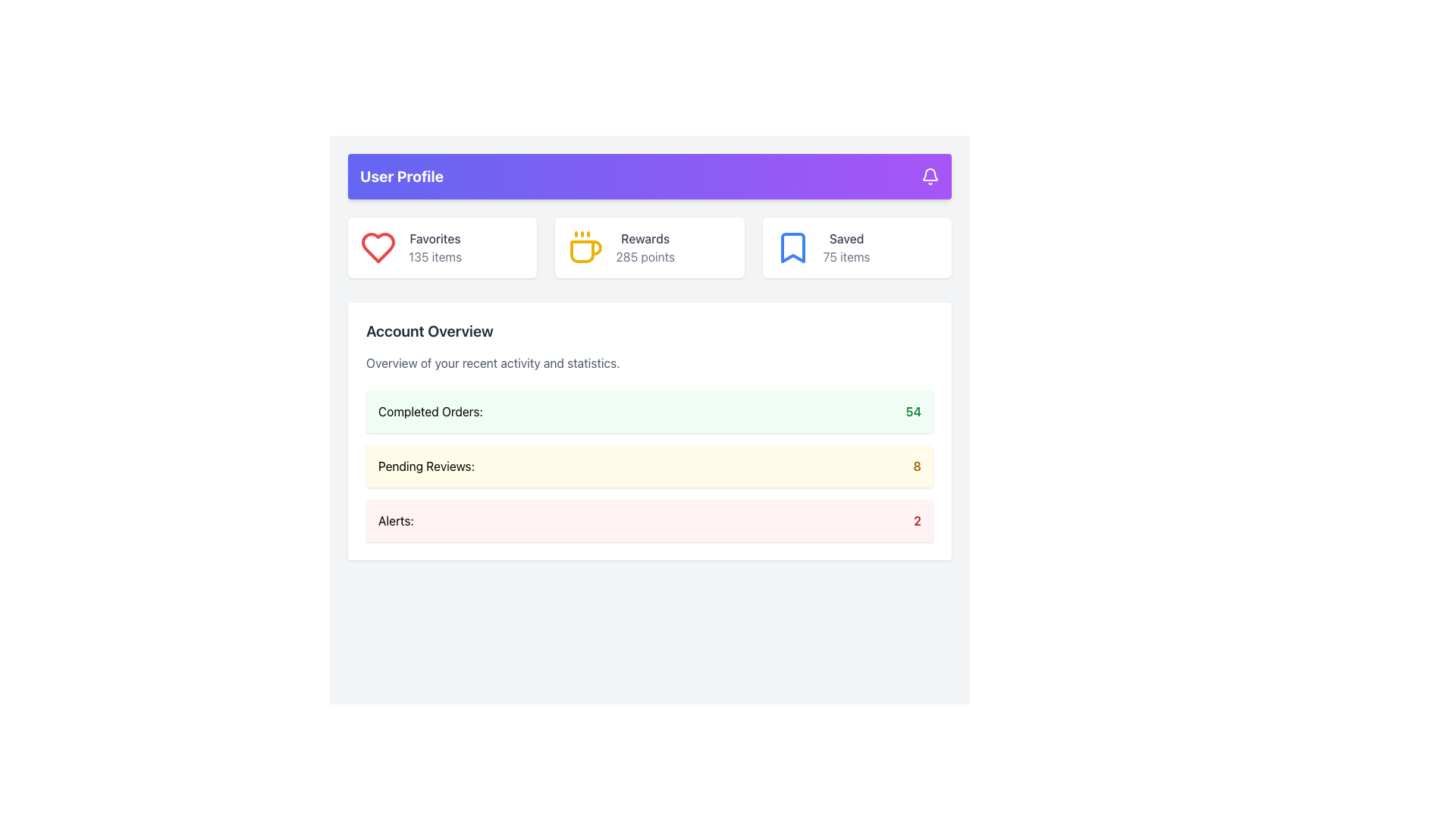 Image resolution: width=1456 pixels, height=819 pixels. I want to click on the Info card that has a white background, a blue bookmark icon on the left, and the text 'Saved' in bold followed by '75 items', so click(856, 247).